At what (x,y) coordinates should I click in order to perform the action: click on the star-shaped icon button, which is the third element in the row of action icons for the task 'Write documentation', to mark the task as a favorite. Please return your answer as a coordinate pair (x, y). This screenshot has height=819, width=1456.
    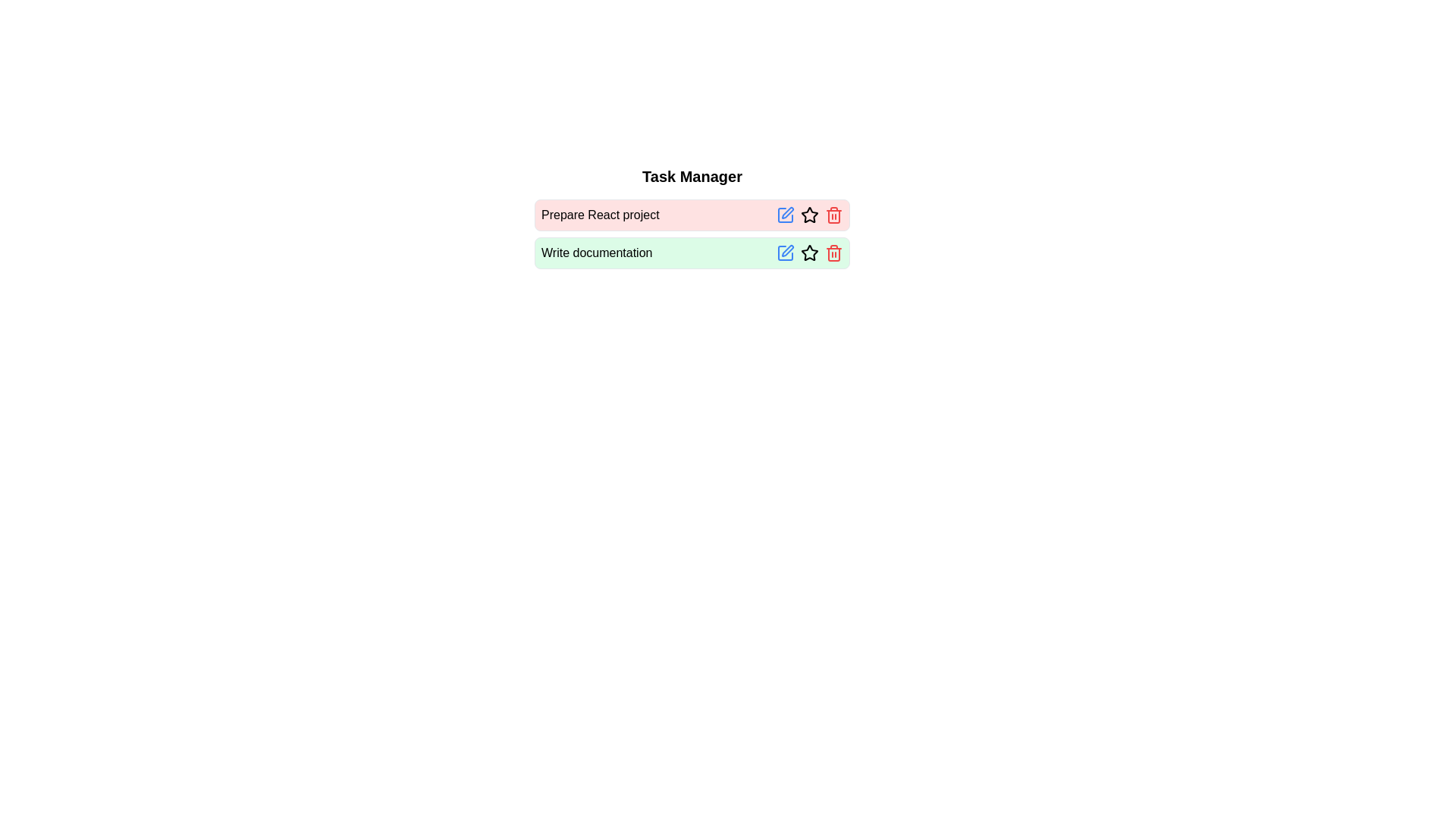
    Looking at the image, I should click on (809, 253).